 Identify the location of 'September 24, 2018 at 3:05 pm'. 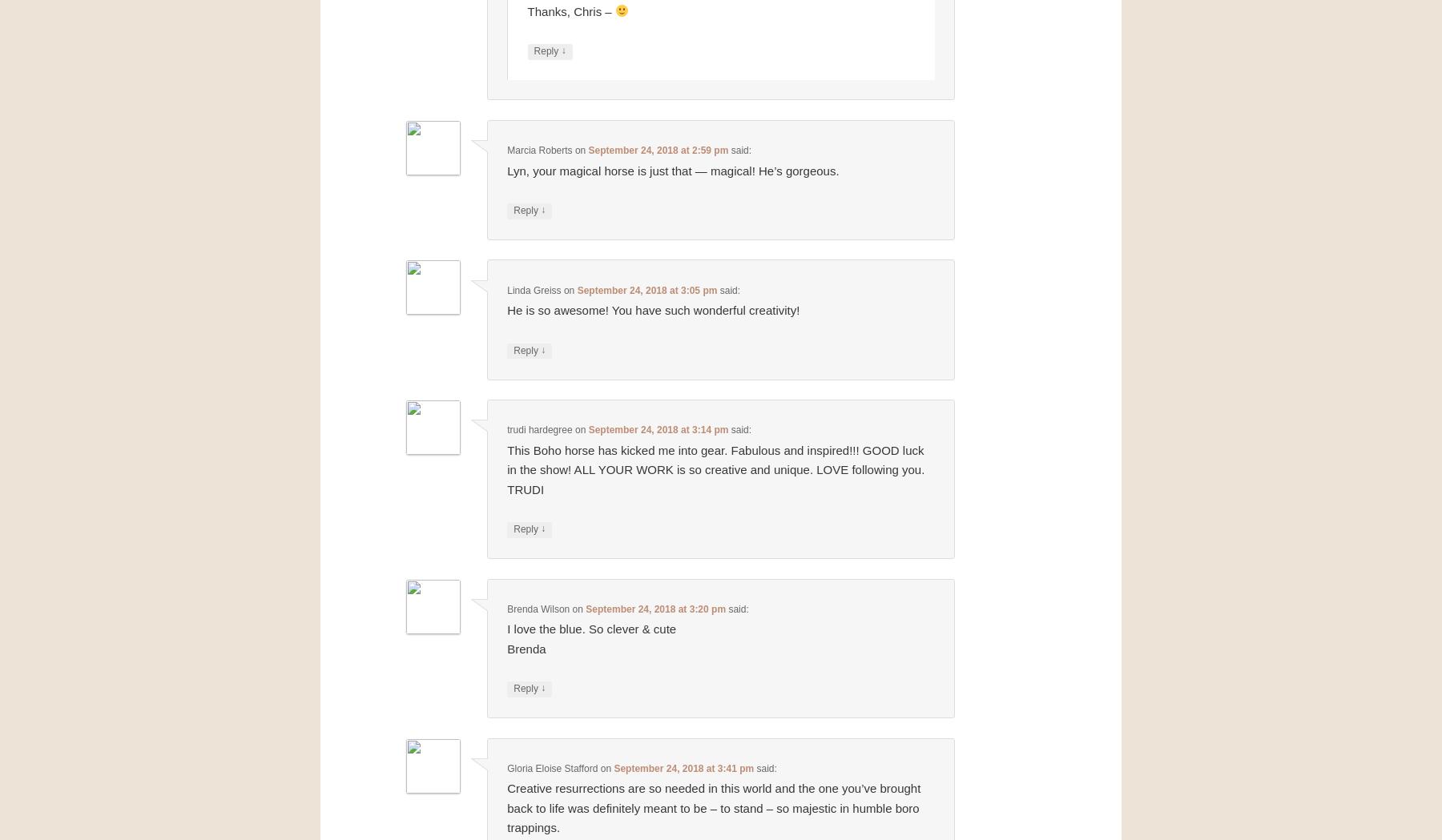
(646, 289).